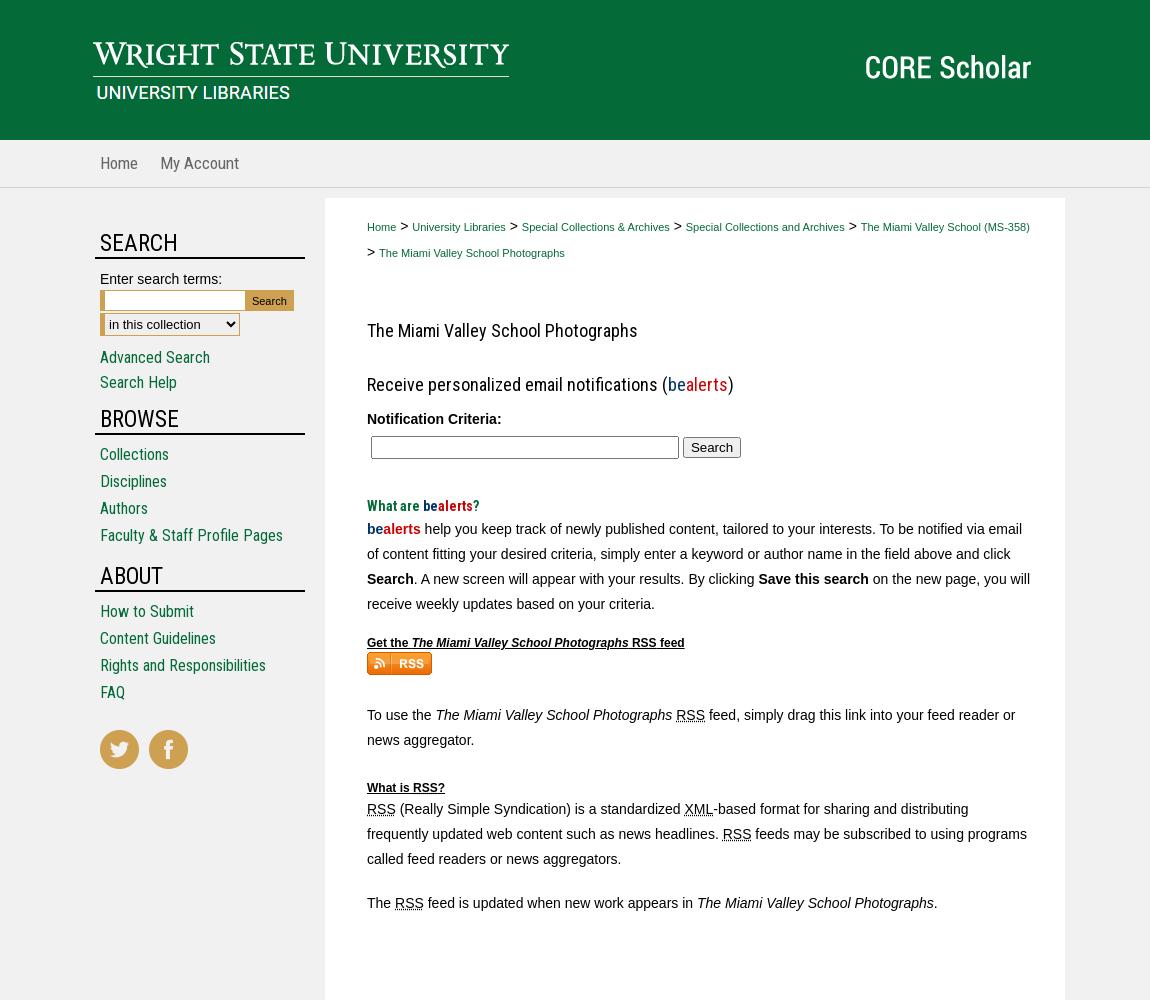 This screenshot has height=1000, width=1150. Describe the element at coordinates (756, 578) in the screenshot. I see `'Save this search'` at that location.